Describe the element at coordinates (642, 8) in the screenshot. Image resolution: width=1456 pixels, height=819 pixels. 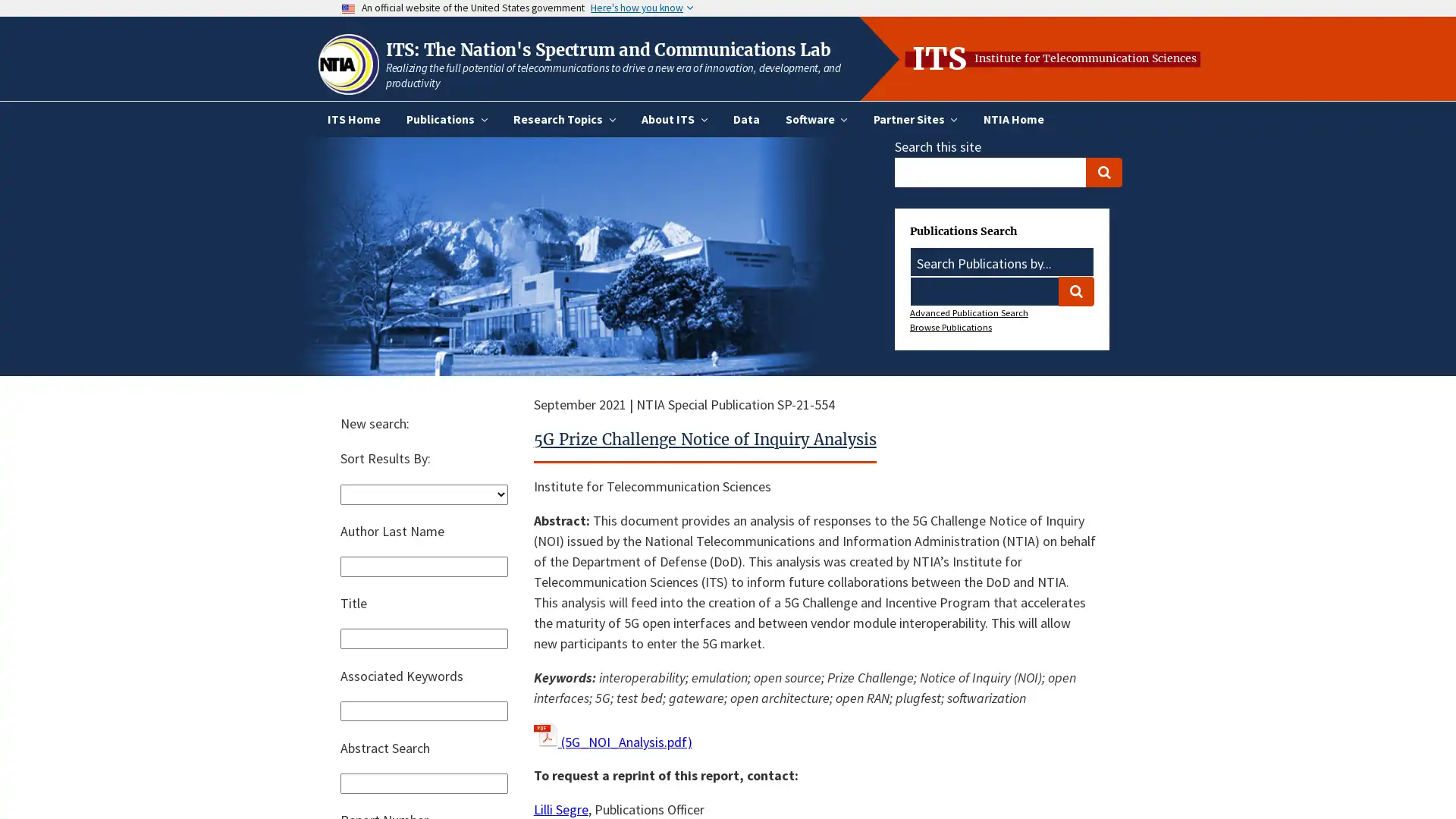
I see `Here's how you know` at that location.